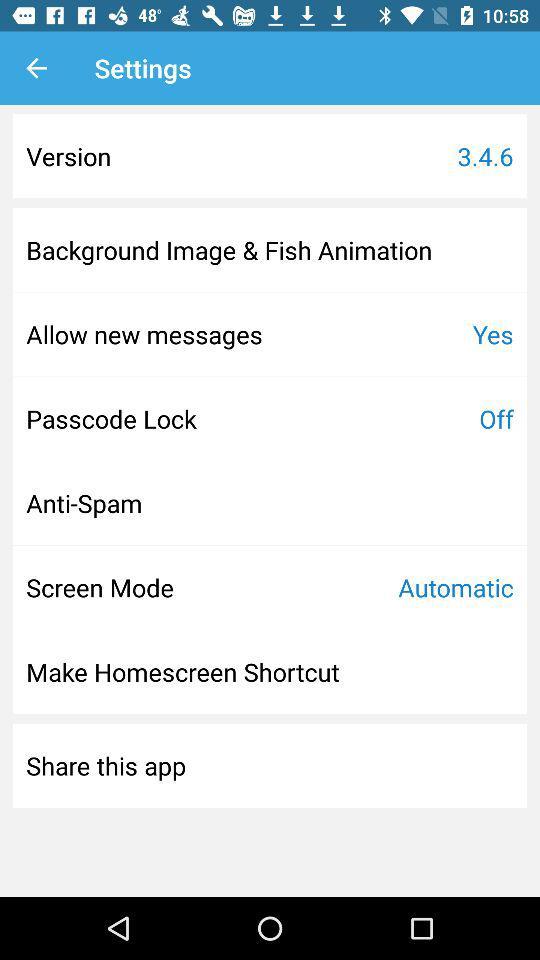 Image resolution: width=540 pixels, height=960 pixels. What do you see at coordinates (111, 417) in the screenshot?
I see `the passcode lock item` at bounding box center [111, 417].